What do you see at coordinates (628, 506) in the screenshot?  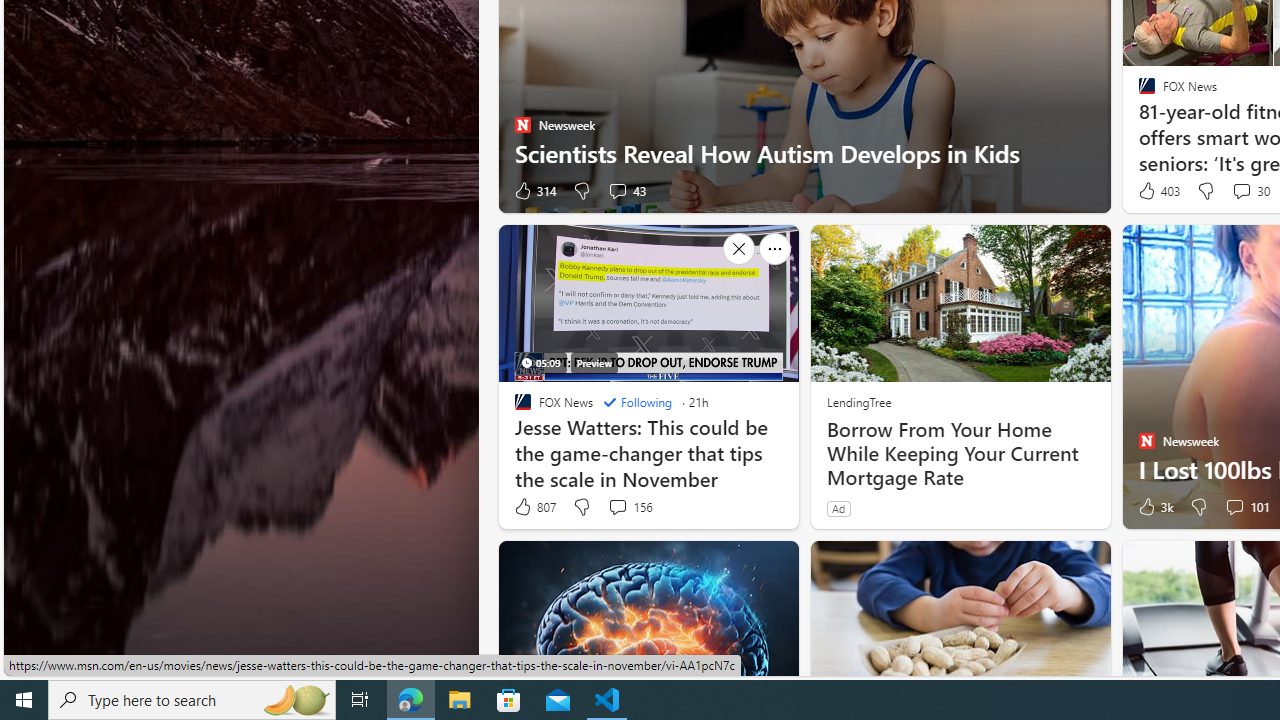 I see `'View comments 156 Comment'` at bounding box center [628, 506].